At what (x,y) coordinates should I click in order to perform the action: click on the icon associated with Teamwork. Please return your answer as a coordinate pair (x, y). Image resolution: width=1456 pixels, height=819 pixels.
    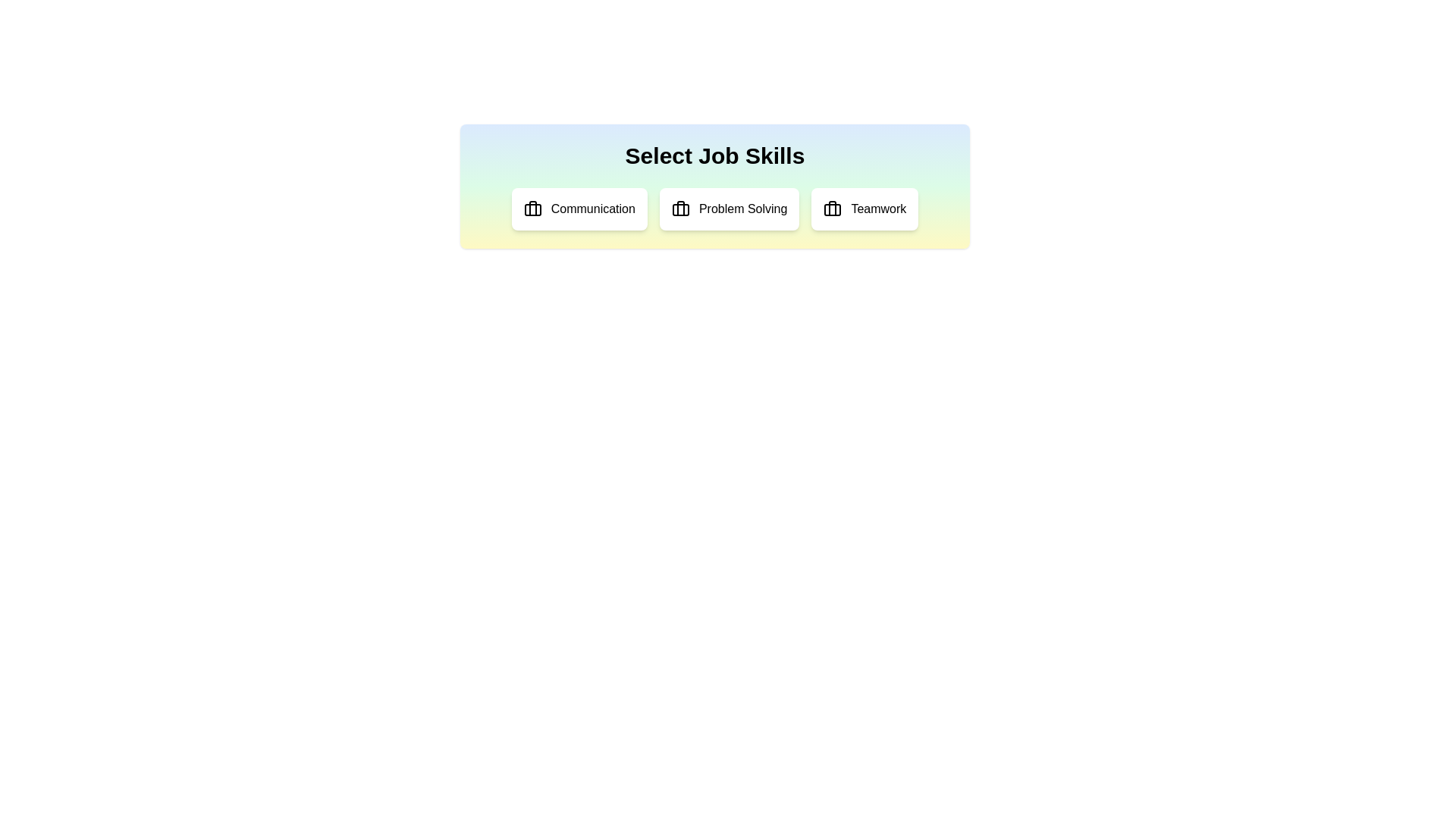
    Looking at the image, I should click on (832, 209).